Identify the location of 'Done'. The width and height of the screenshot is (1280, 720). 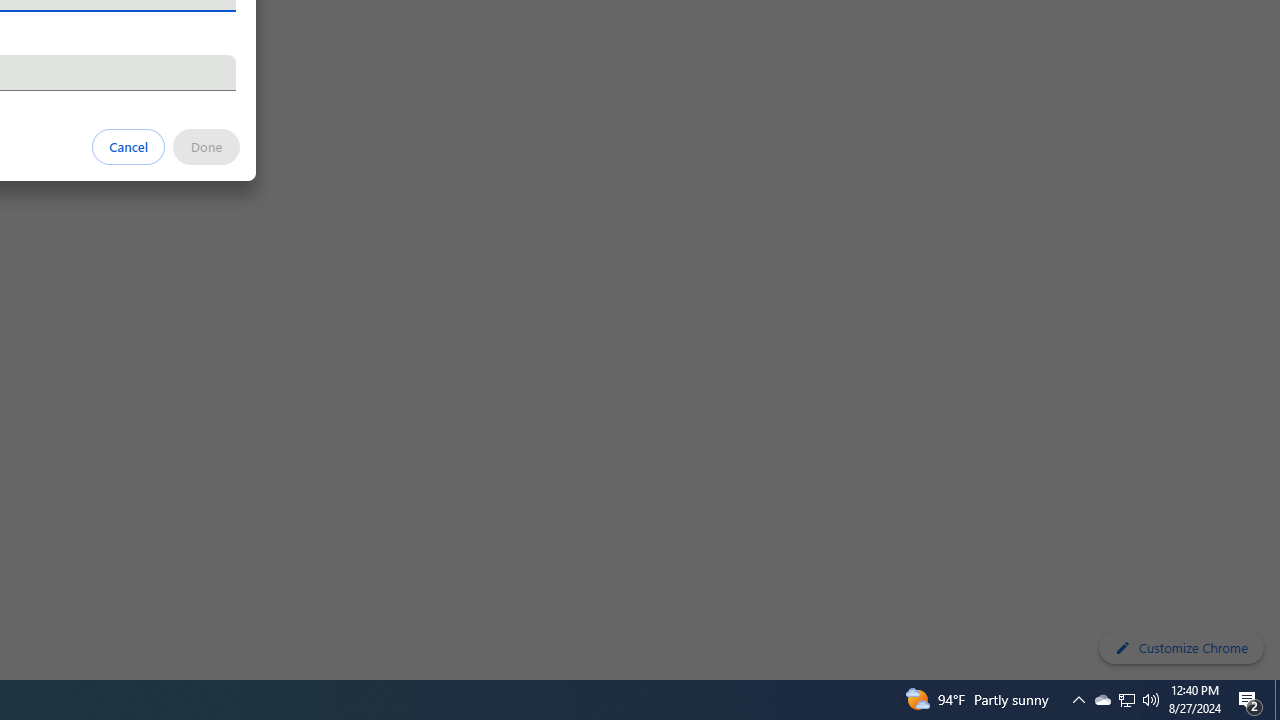
(206, 145).